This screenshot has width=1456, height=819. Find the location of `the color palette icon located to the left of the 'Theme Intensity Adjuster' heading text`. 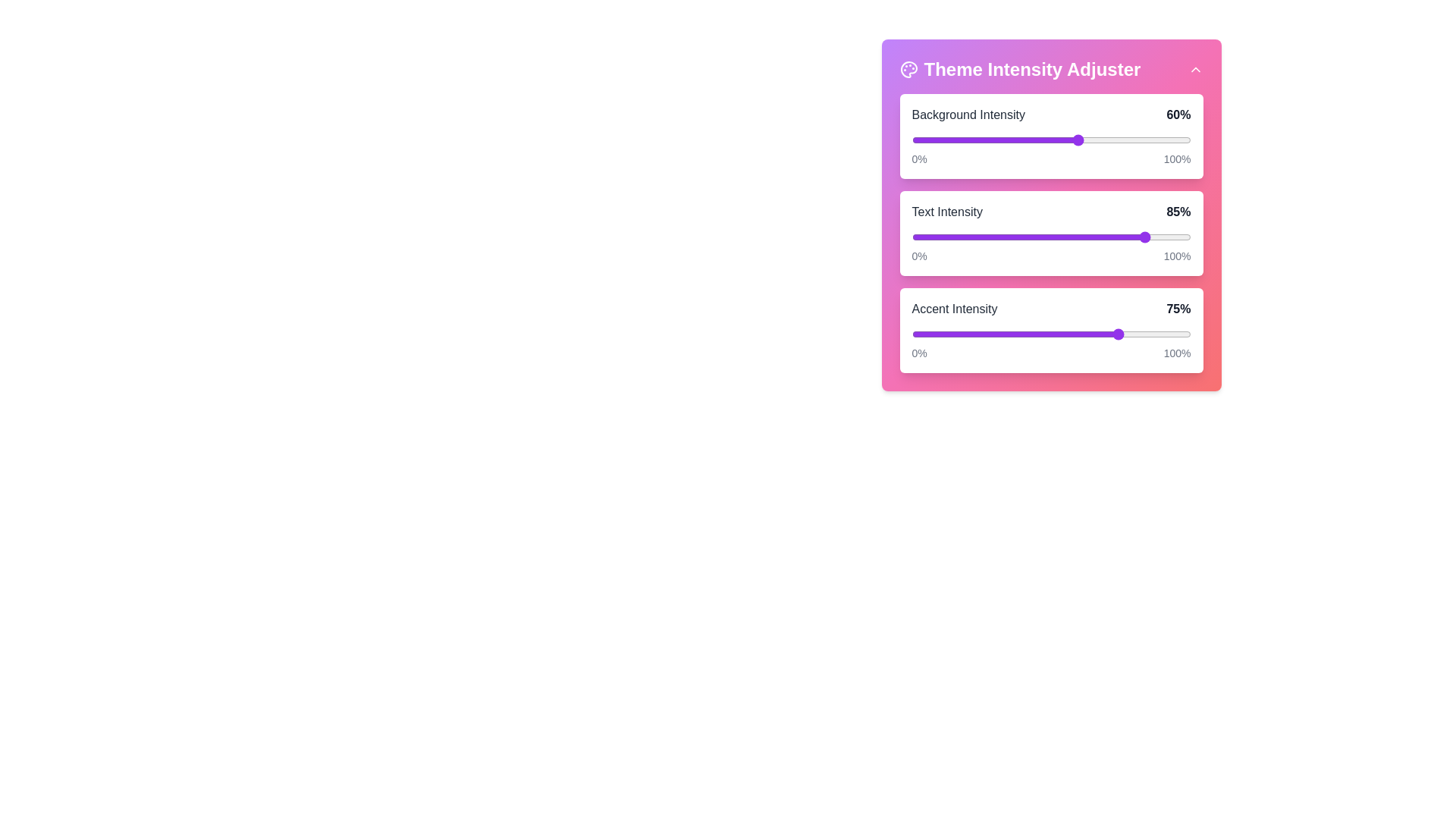

the color palette icon located to the left of the 'Theme Intensity Adjuster' heading text is located at coordinates (908, 70).